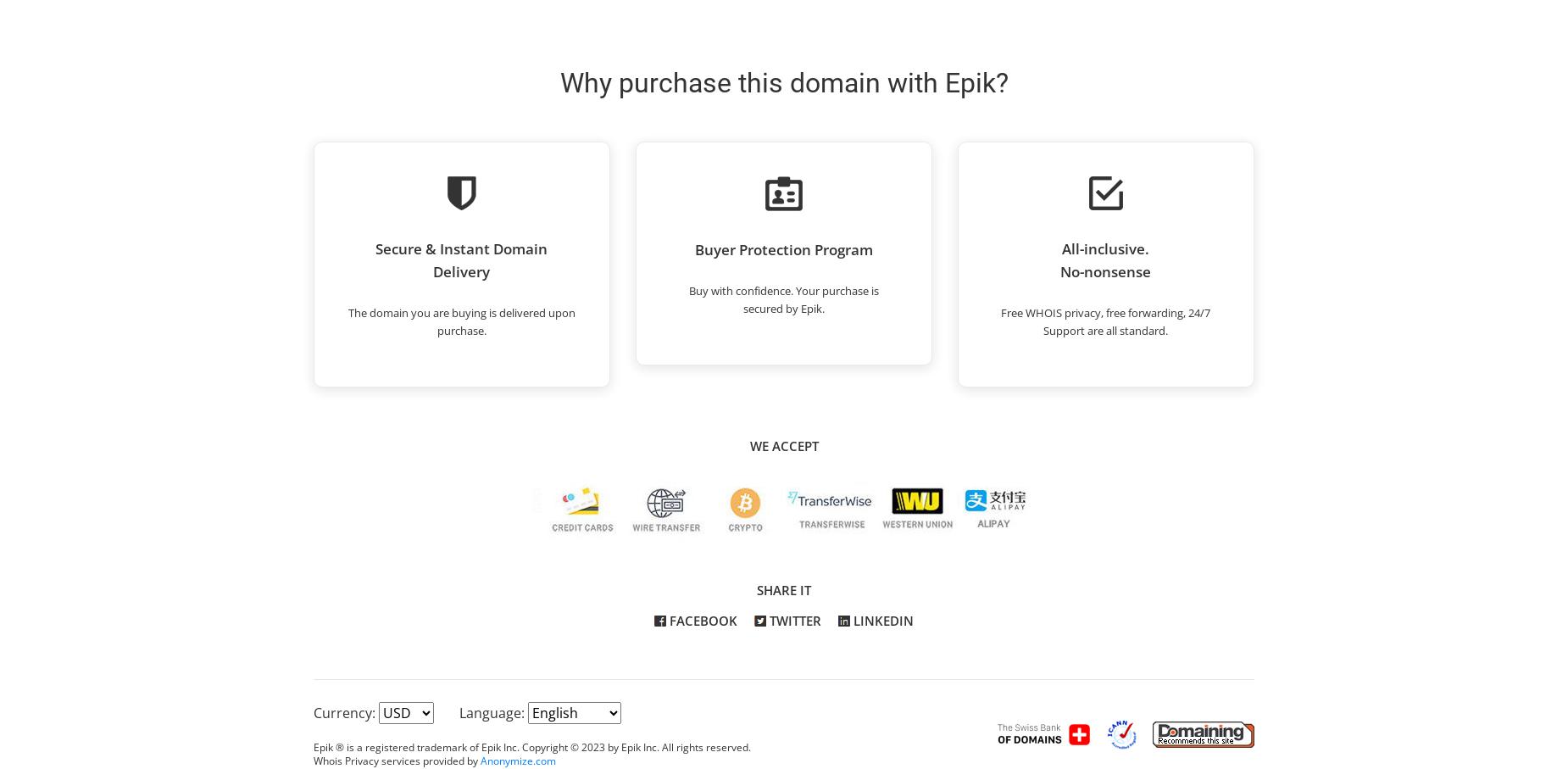  I want to click on 'Facebook', so click(666, 621).